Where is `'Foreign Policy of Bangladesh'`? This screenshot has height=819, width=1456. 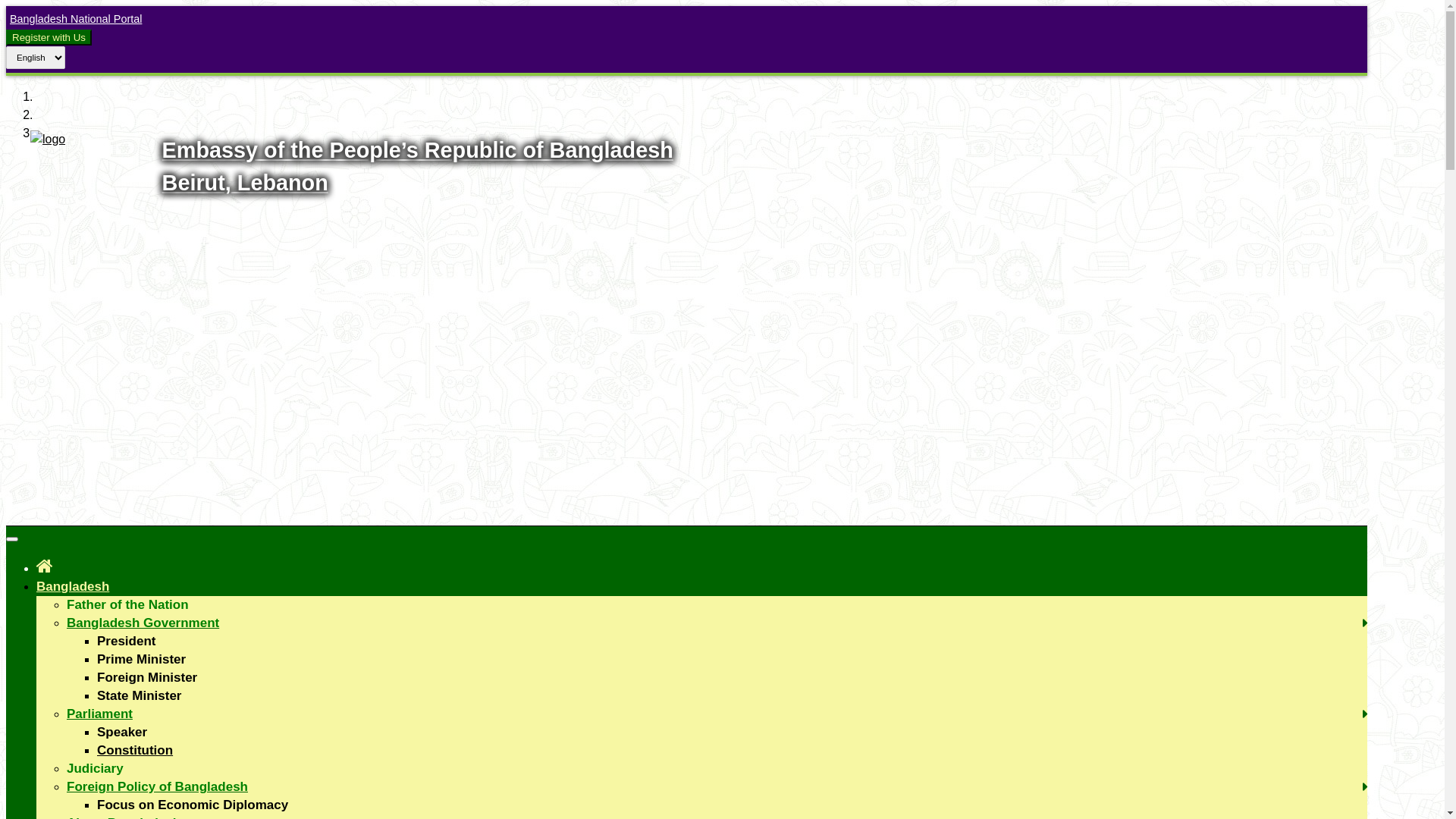 'Foreign Policy of Bangladesh' is located at coordinates (157, 786).